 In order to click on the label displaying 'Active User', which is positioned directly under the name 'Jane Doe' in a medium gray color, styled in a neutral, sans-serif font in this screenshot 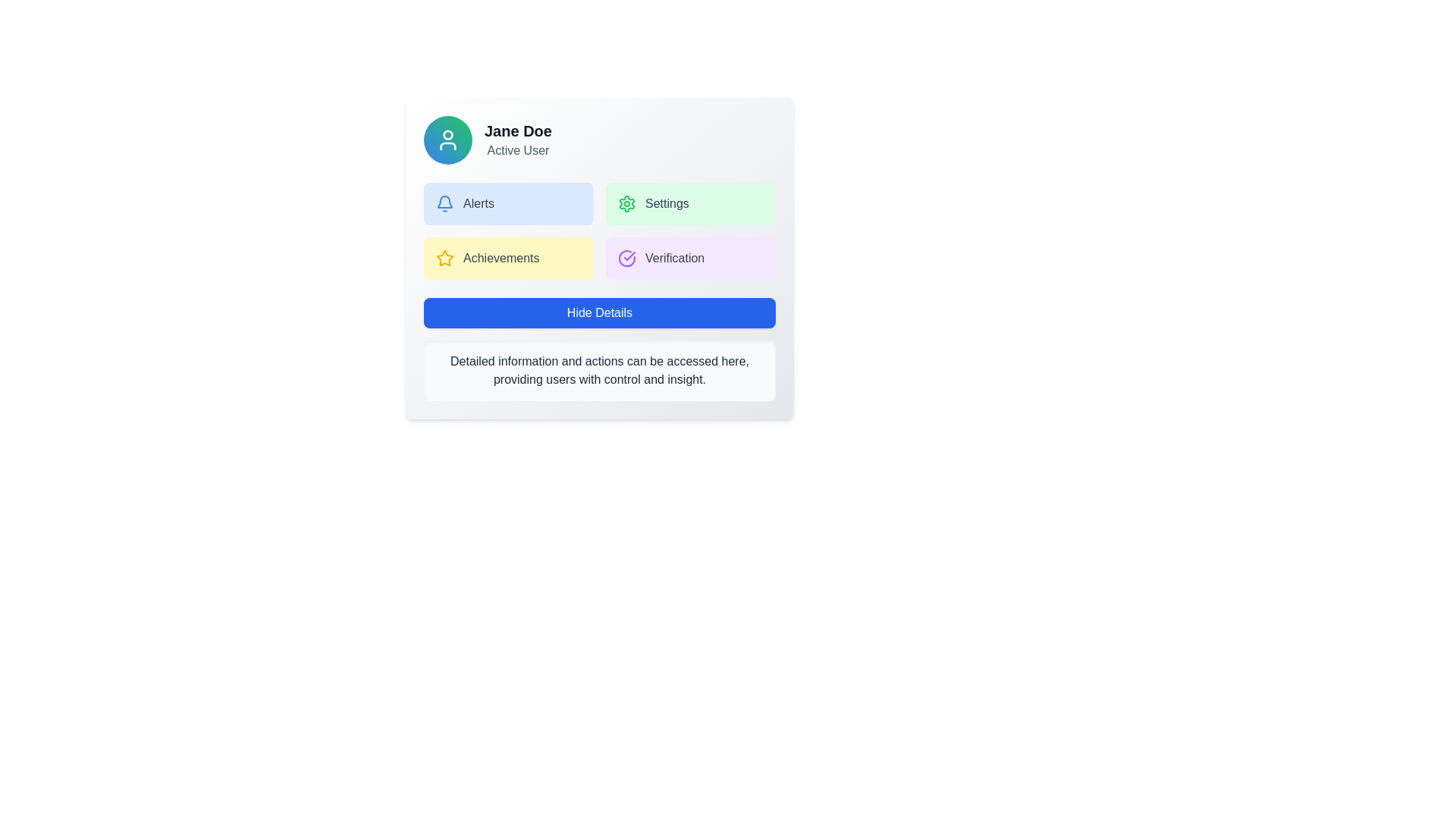, I will do `click(518, 151)`.